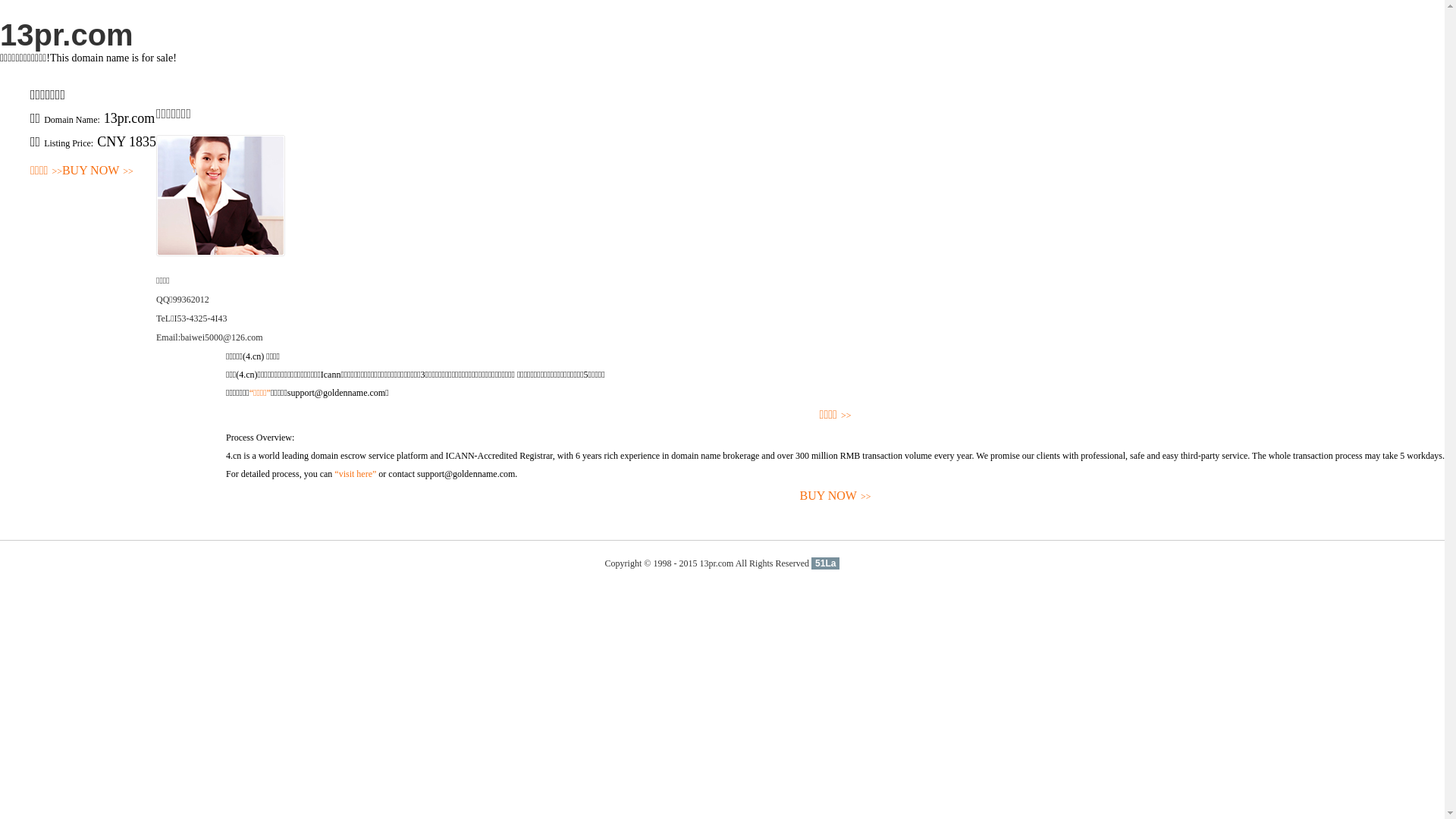 The height and width of the screenshot is (819, 1456). What do you see at coordinates (97, 171) in the screenshot?
I see `'BUY NOW>>'` at bounding box center [97, 171].